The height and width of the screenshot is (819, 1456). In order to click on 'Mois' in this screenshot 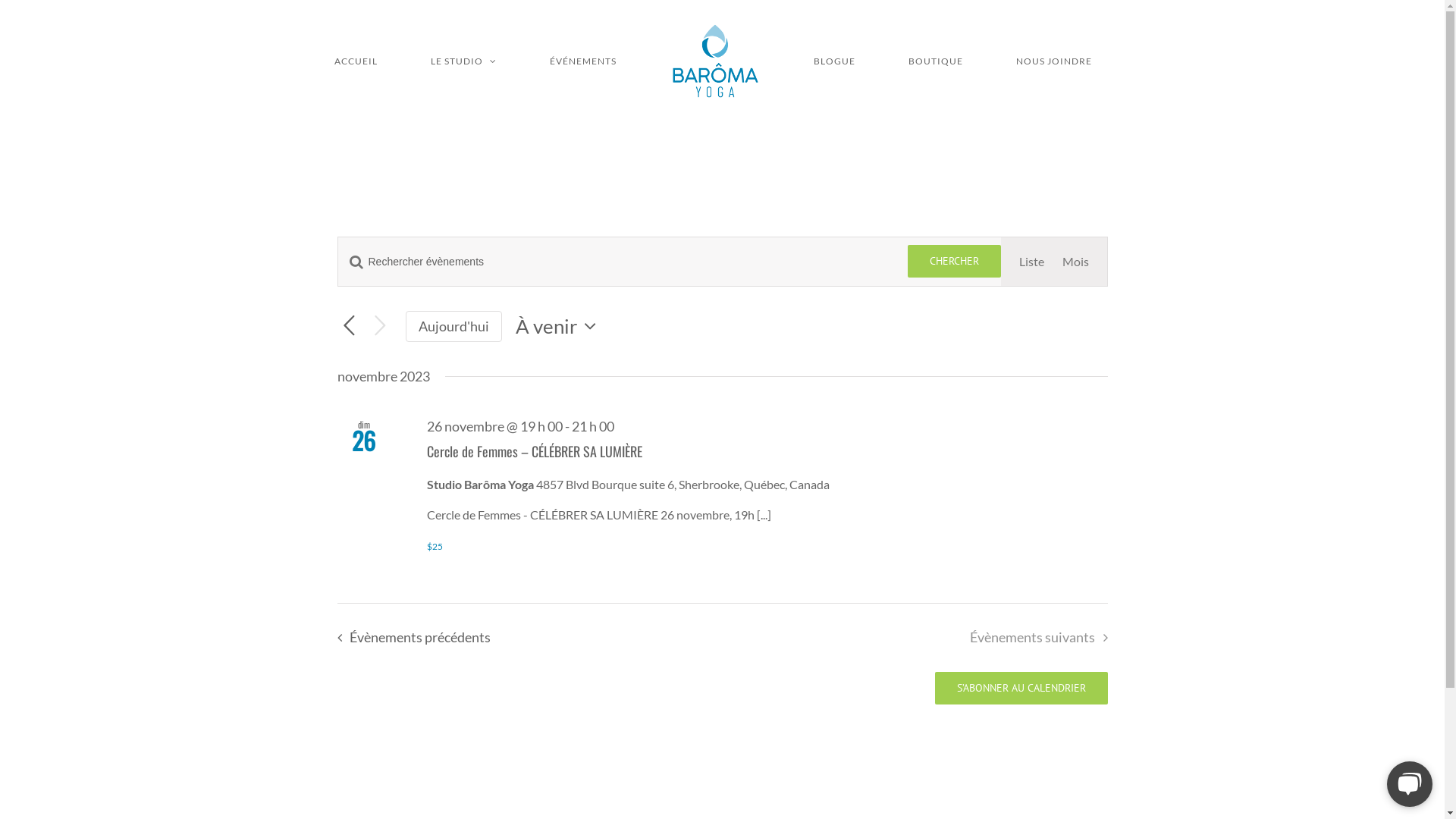, I will do `click(1074, 260)`.